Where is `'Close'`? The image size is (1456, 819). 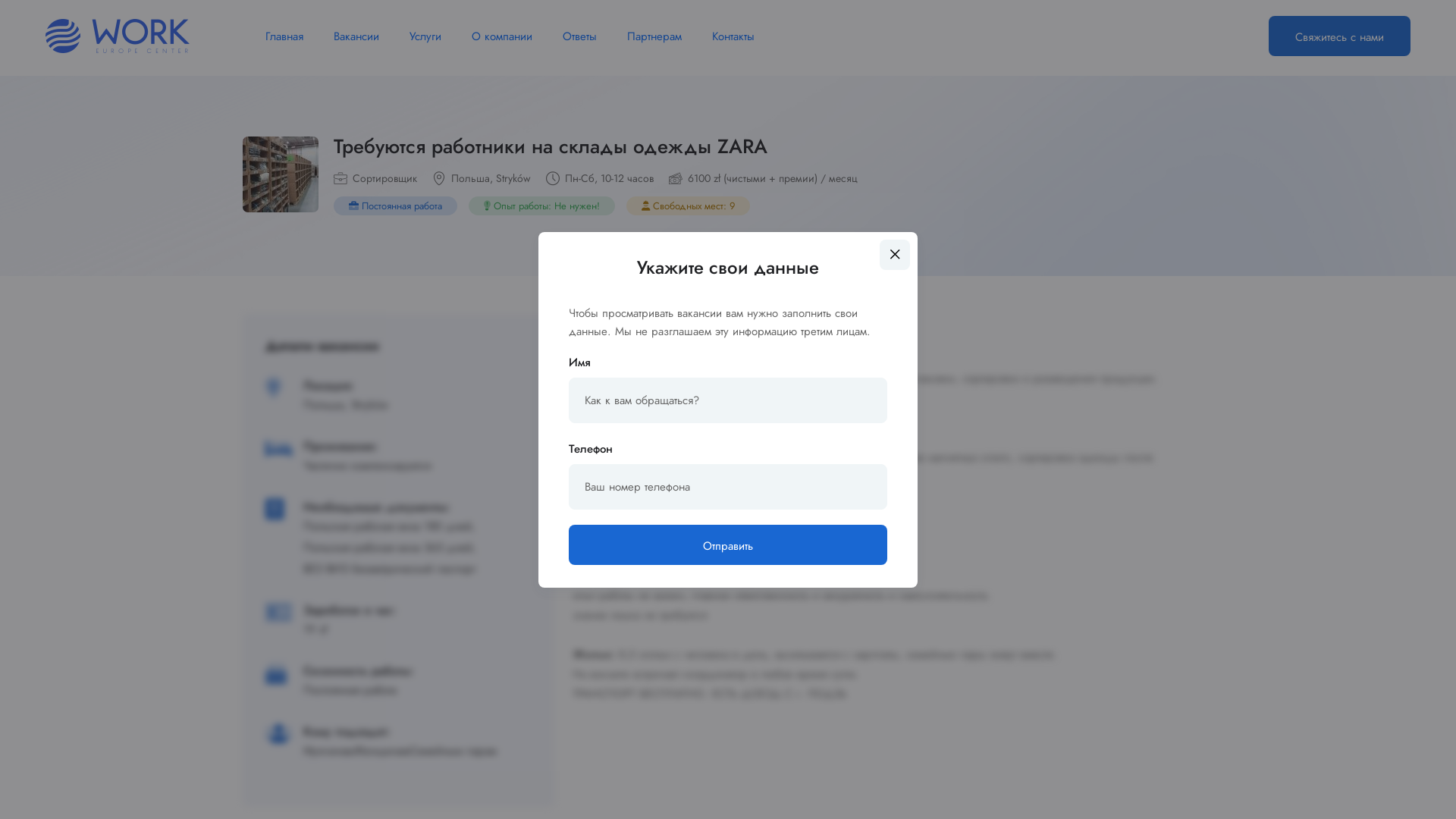
'Close' is located at coordinates (895, 253).